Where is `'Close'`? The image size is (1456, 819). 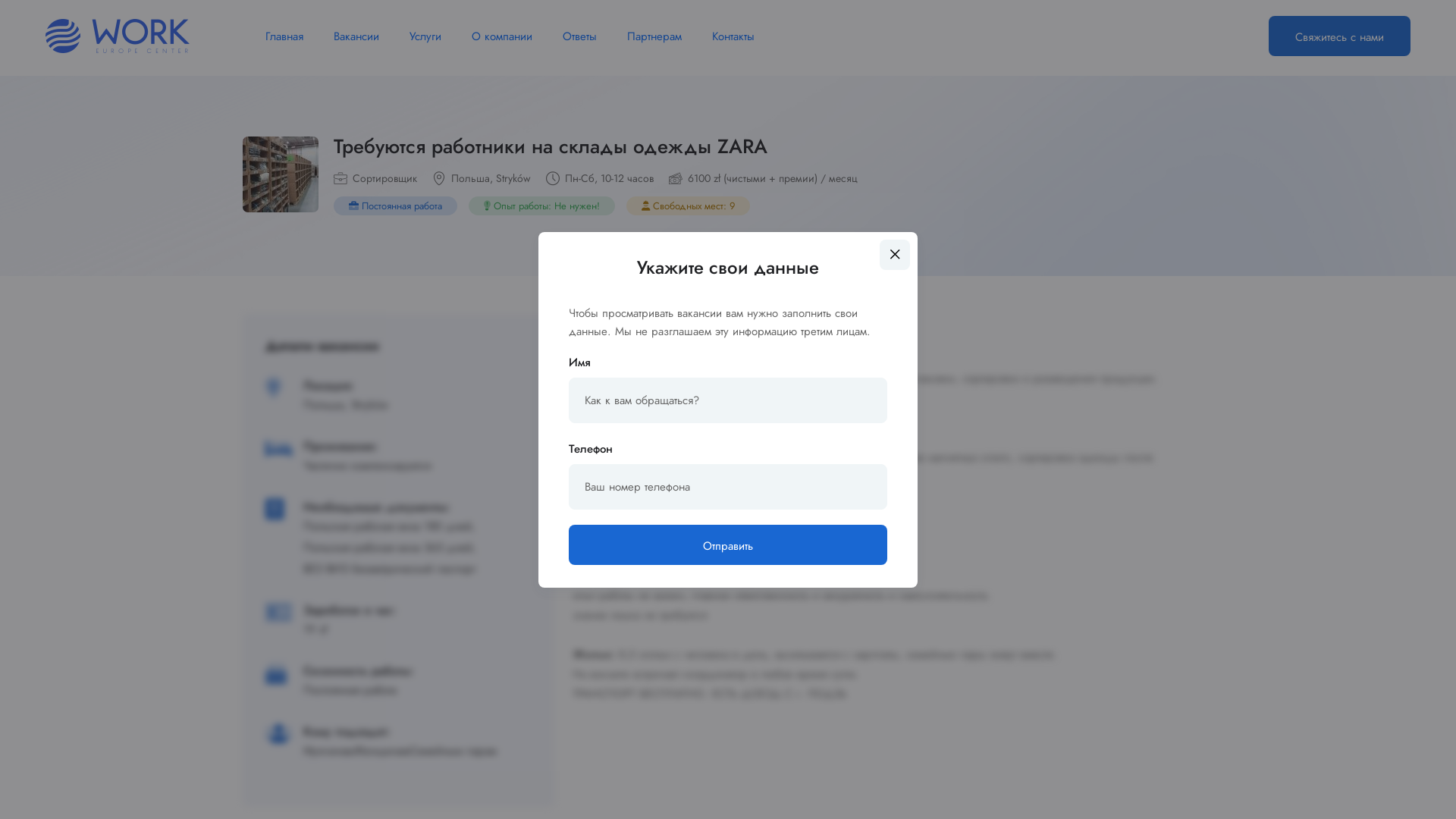
'Close' is located at coordinates (895, 253).